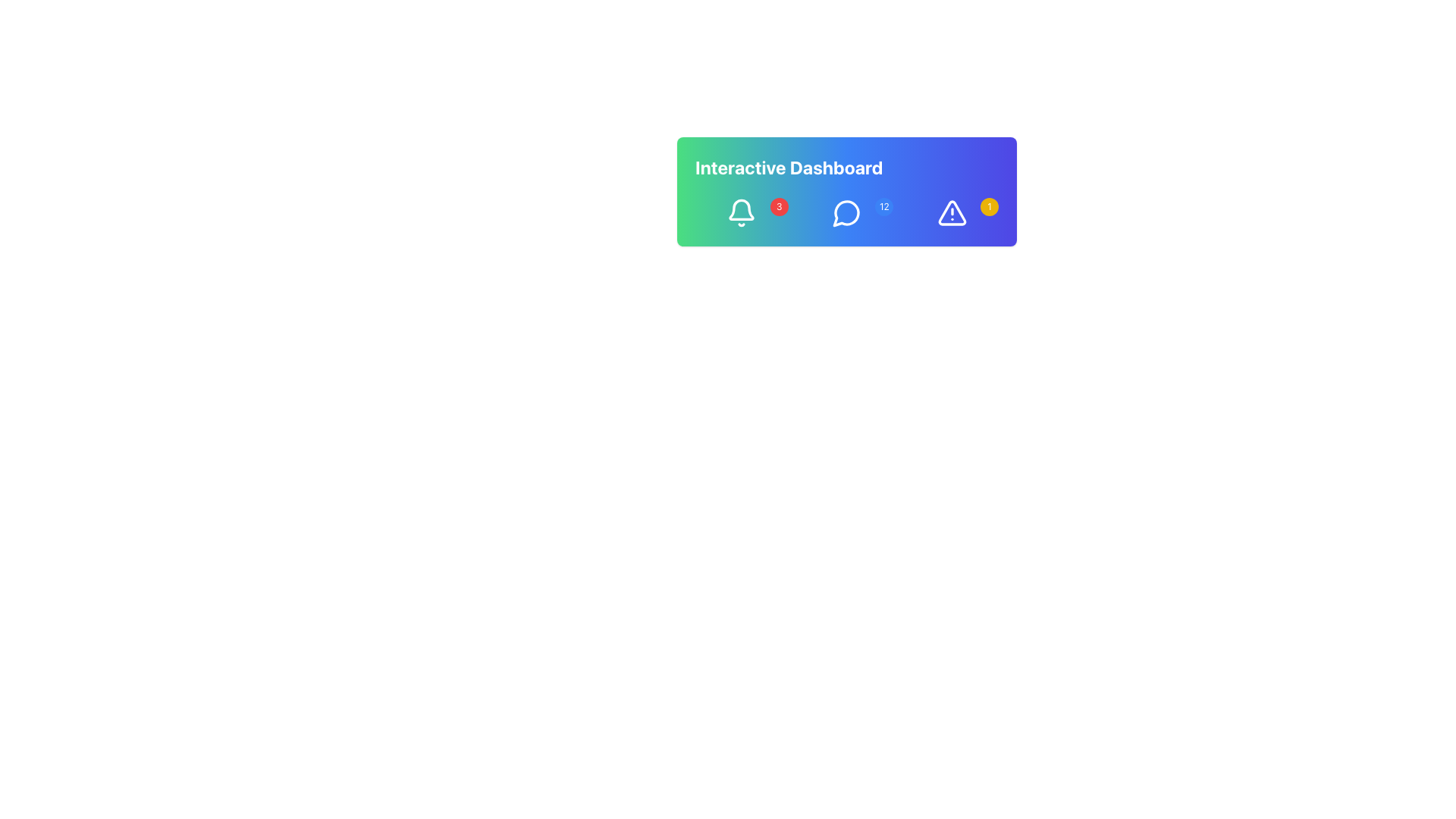 This screenshot has height=819, width=1456. What do you see at coordinates (846, 213) in the screenshot?
I see `the stylized speech bubble icon located in the 'Interactive Dashboard' section, which is the second icon from the left, between the bell and warning icons` at bounding box center [846, 213].